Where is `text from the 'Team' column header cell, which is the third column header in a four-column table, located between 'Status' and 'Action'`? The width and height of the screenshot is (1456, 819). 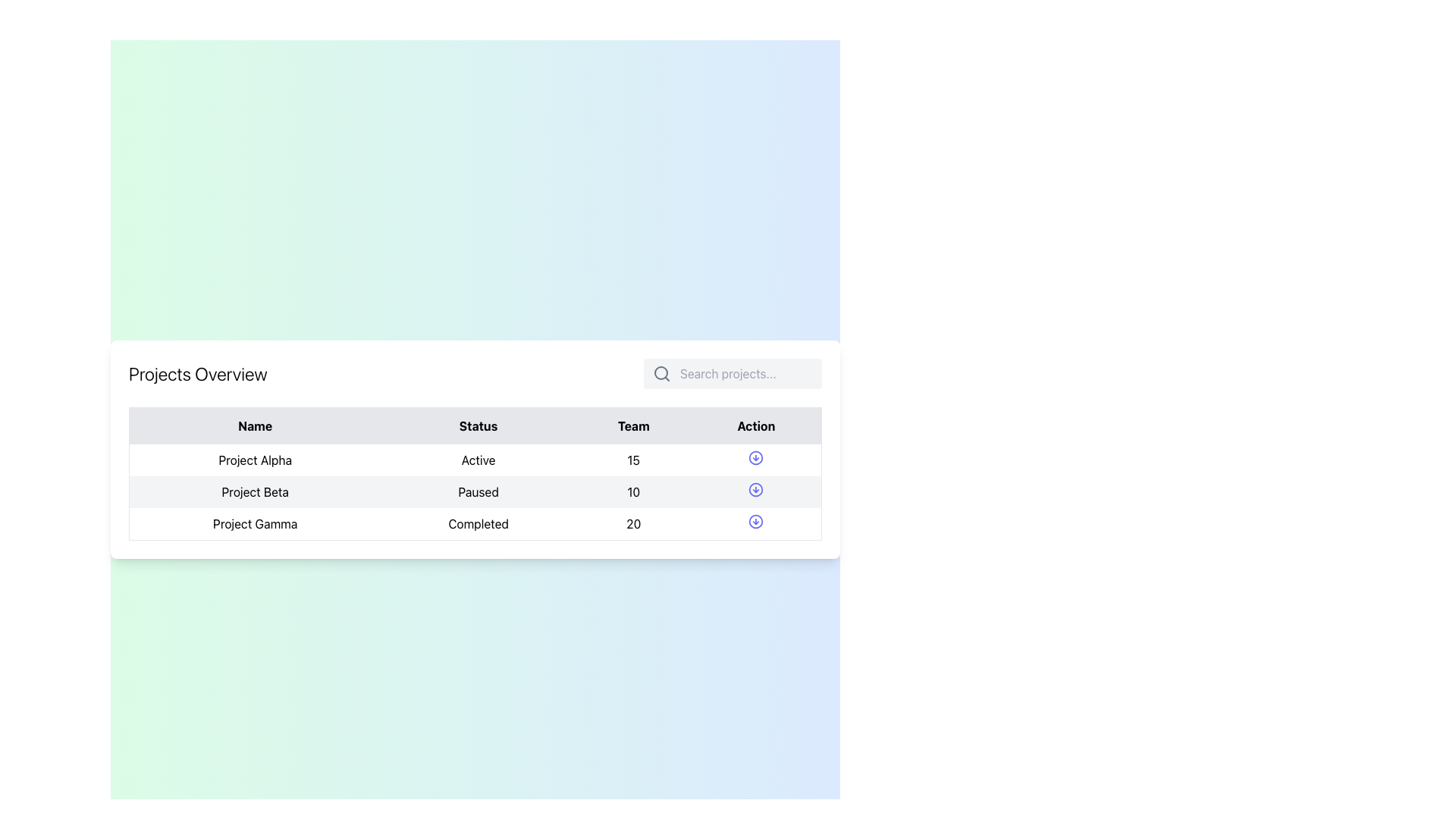 text from the 'Team' column header cell, which is the third column header in a four-column table, located between 'Status' and 'Action' is located at coordinates (633, 425).